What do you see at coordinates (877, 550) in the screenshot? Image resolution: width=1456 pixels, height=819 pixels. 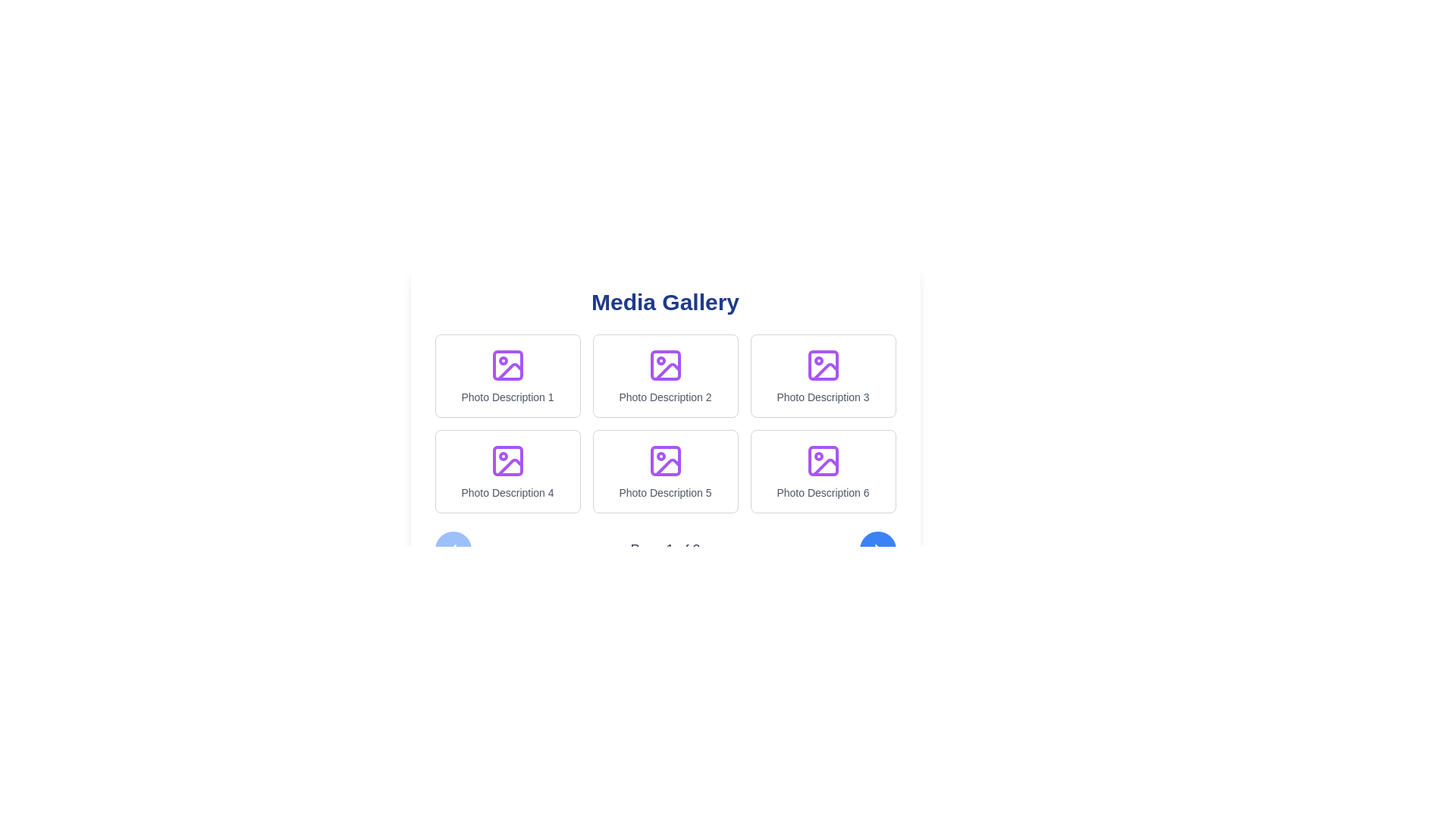 I see `the blue circular button with a right-pointing chevron icon` at bounding box center [877, 550].